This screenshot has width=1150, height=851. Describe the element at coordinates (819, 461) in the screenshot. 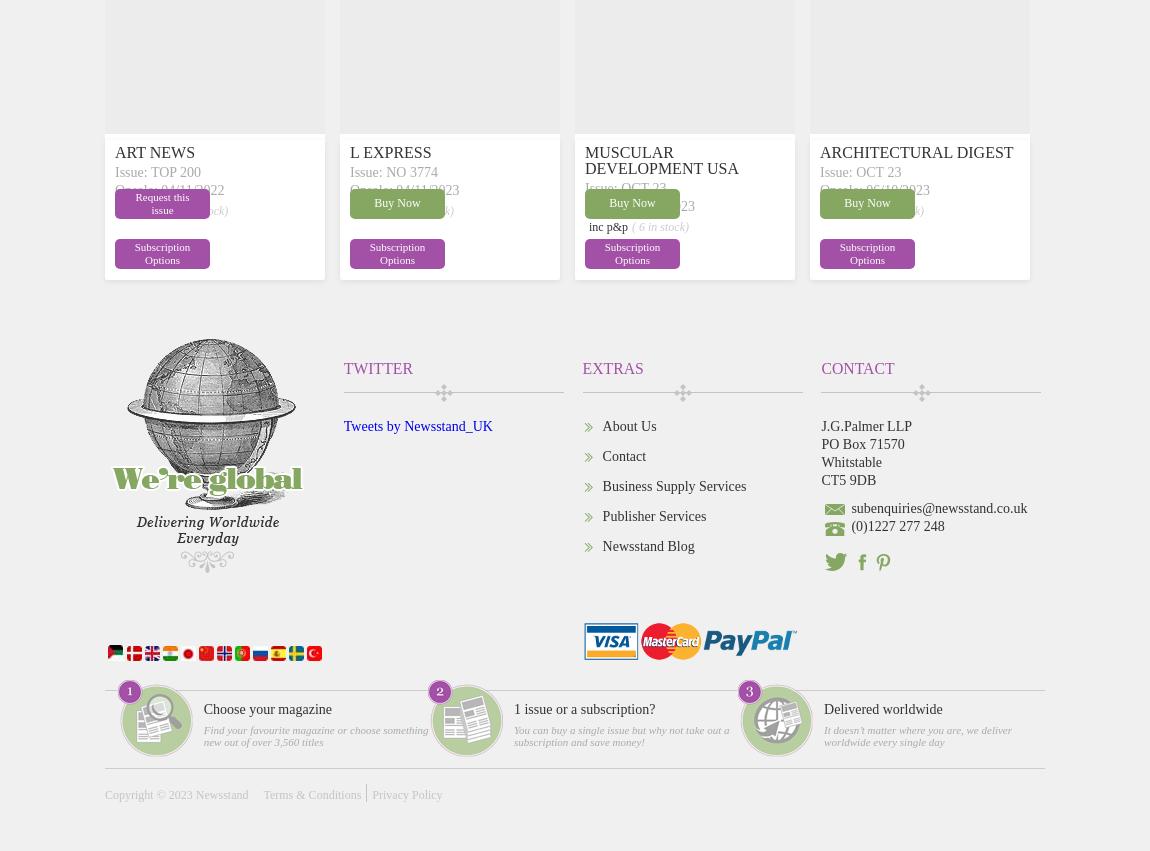

I see `'Whitstable'` at that location.